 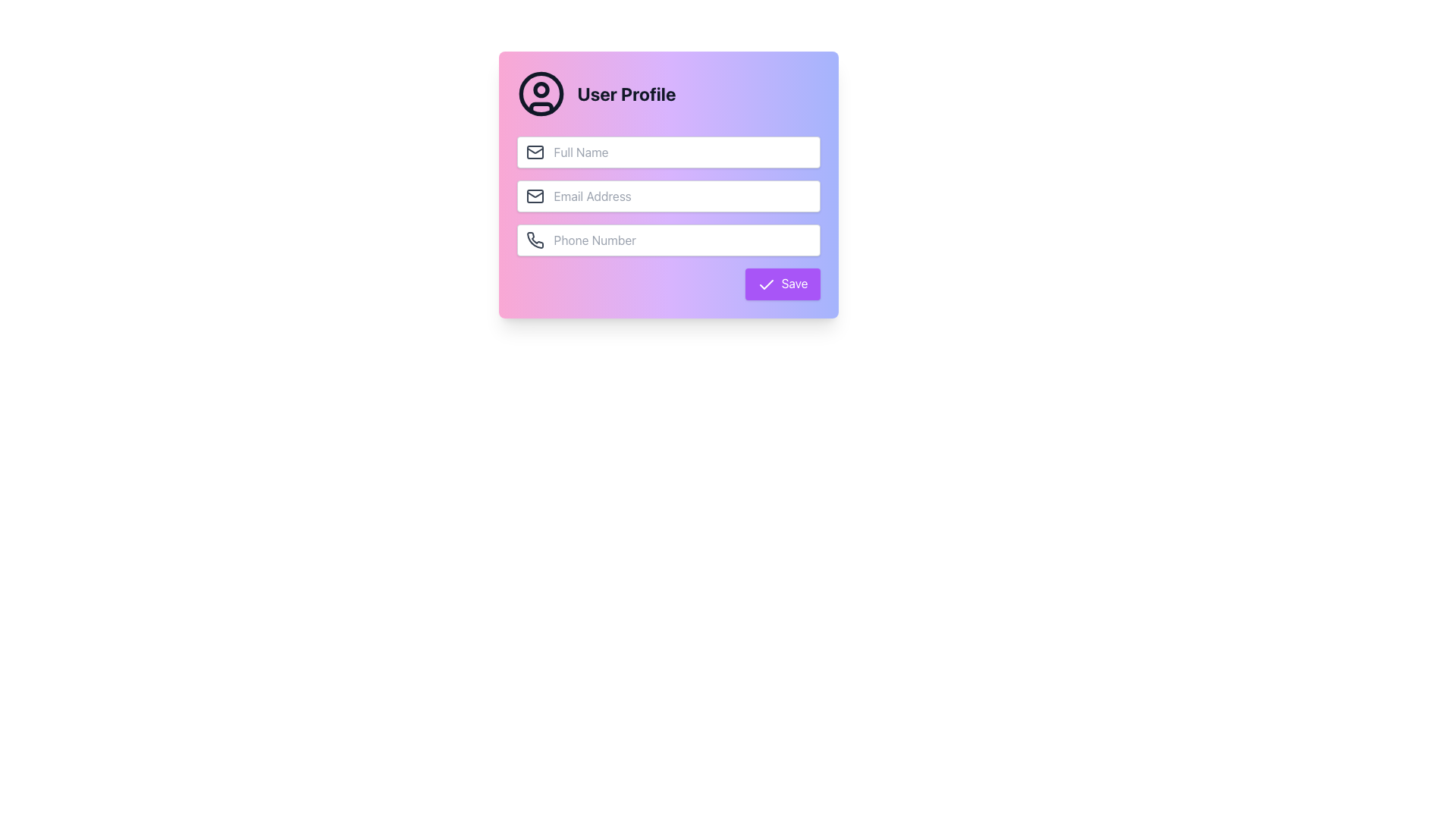 I want to click on the decorative icon on the left side of the 'Save' button located in the bottom-right section of the user profile form, so click(x=766, y=284).